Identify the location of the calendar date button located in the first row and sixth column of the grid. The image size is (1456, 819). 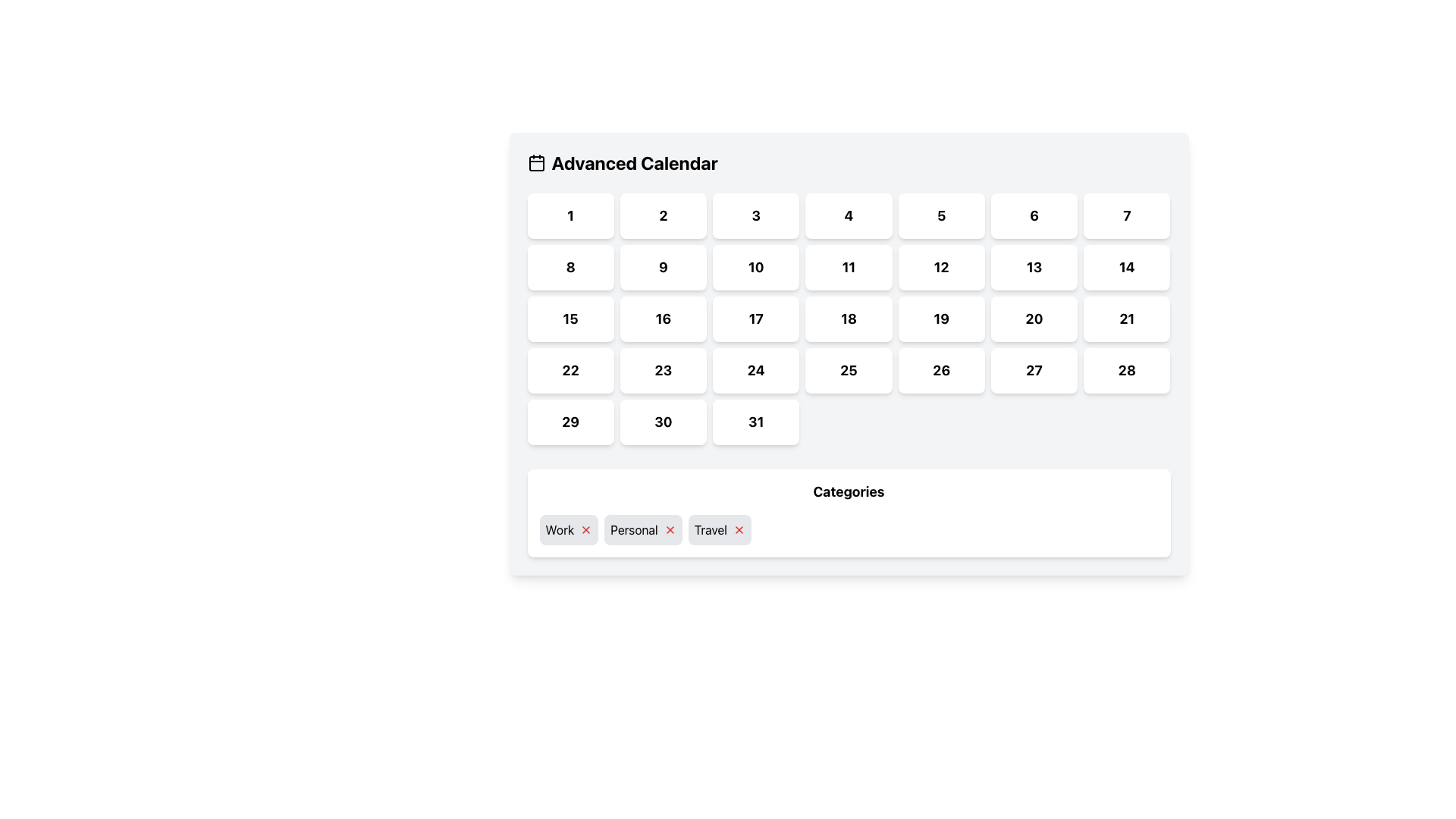
(1033, 216).